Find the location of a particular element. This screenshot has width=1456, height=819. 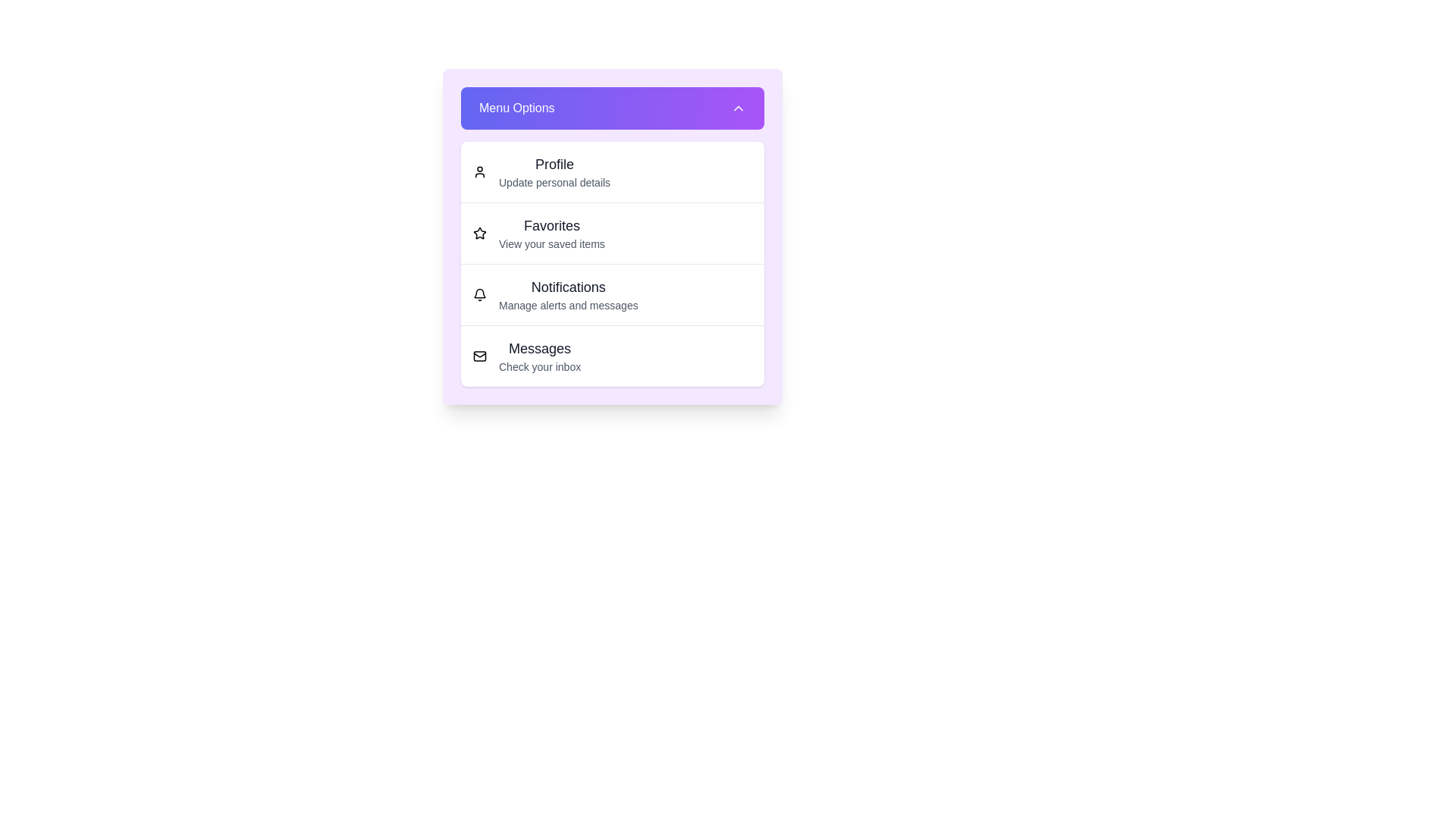

the menu item corresponding to Favorites is located at coordinates (479, 234).